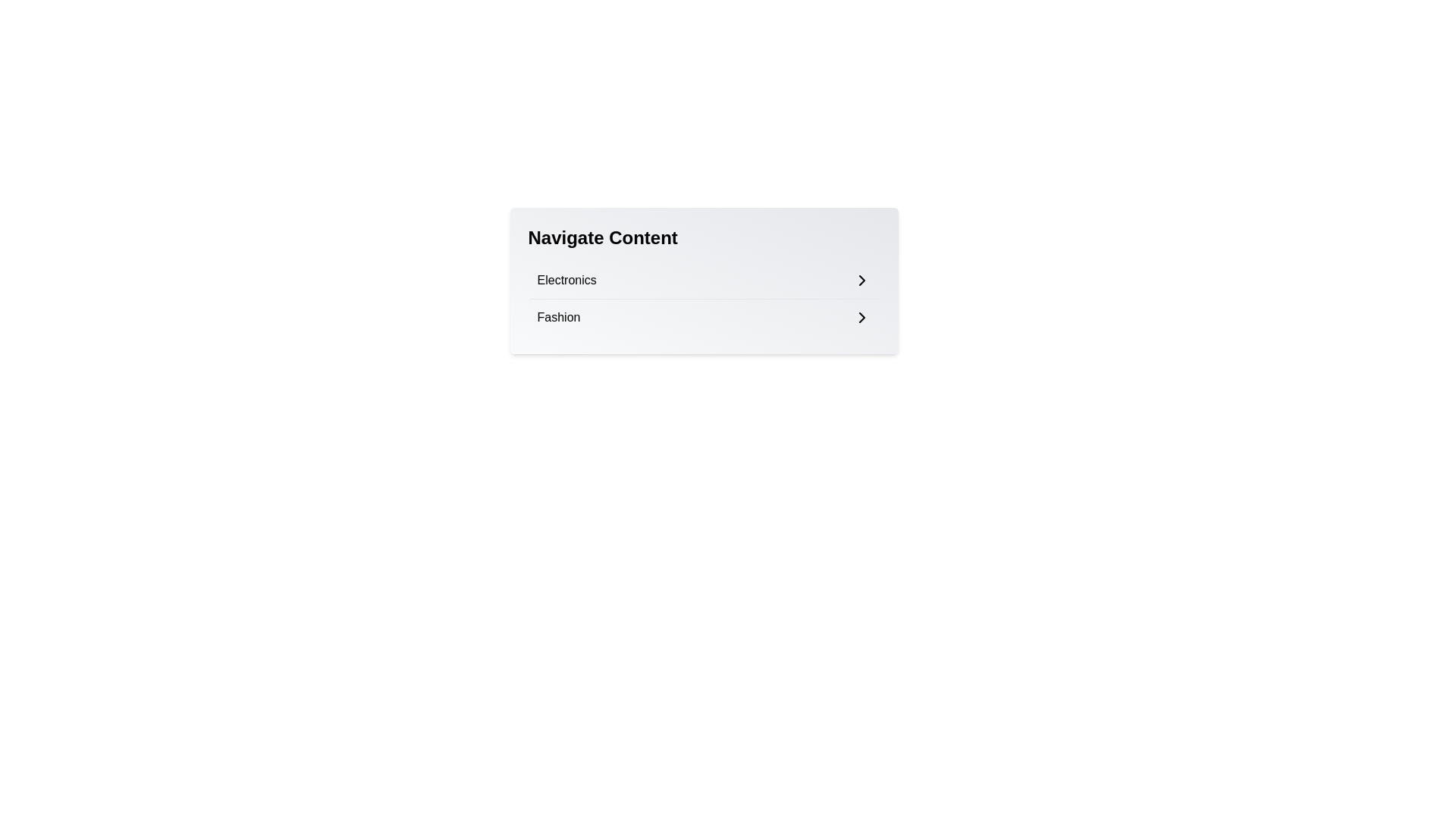 This screenshot has width=1456, height=819. What do you see at coordinates (557, 317) in the screenshot?
I see `the left-aligned text label displaying 'Fashion', which is part of a horizontally aligned option group under the 'Navigate Content' heading` at bounding box center [557, 317].